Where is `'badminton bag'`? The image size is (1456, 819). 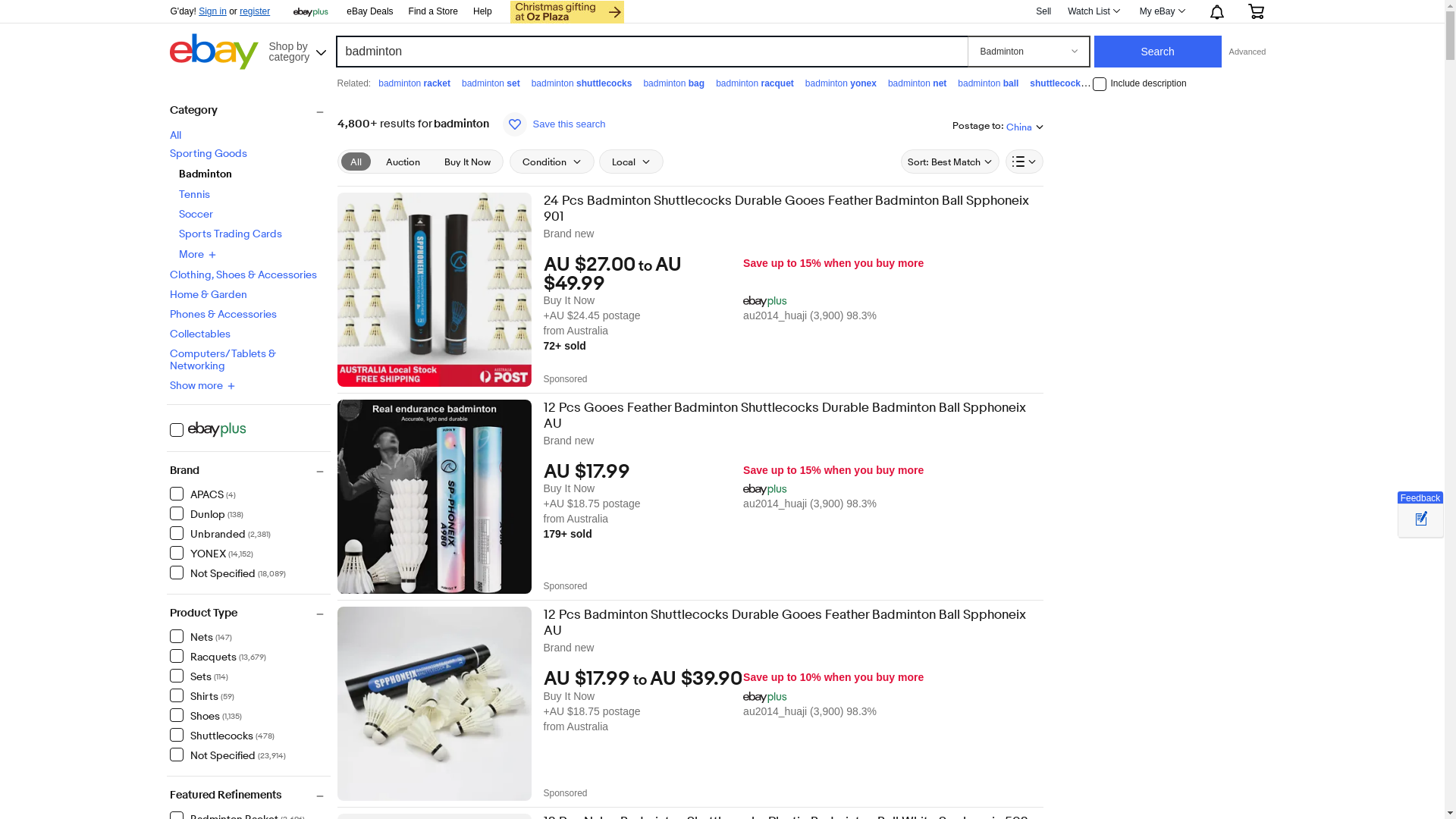
'badminton bag' is located at coordinates (673, 83).